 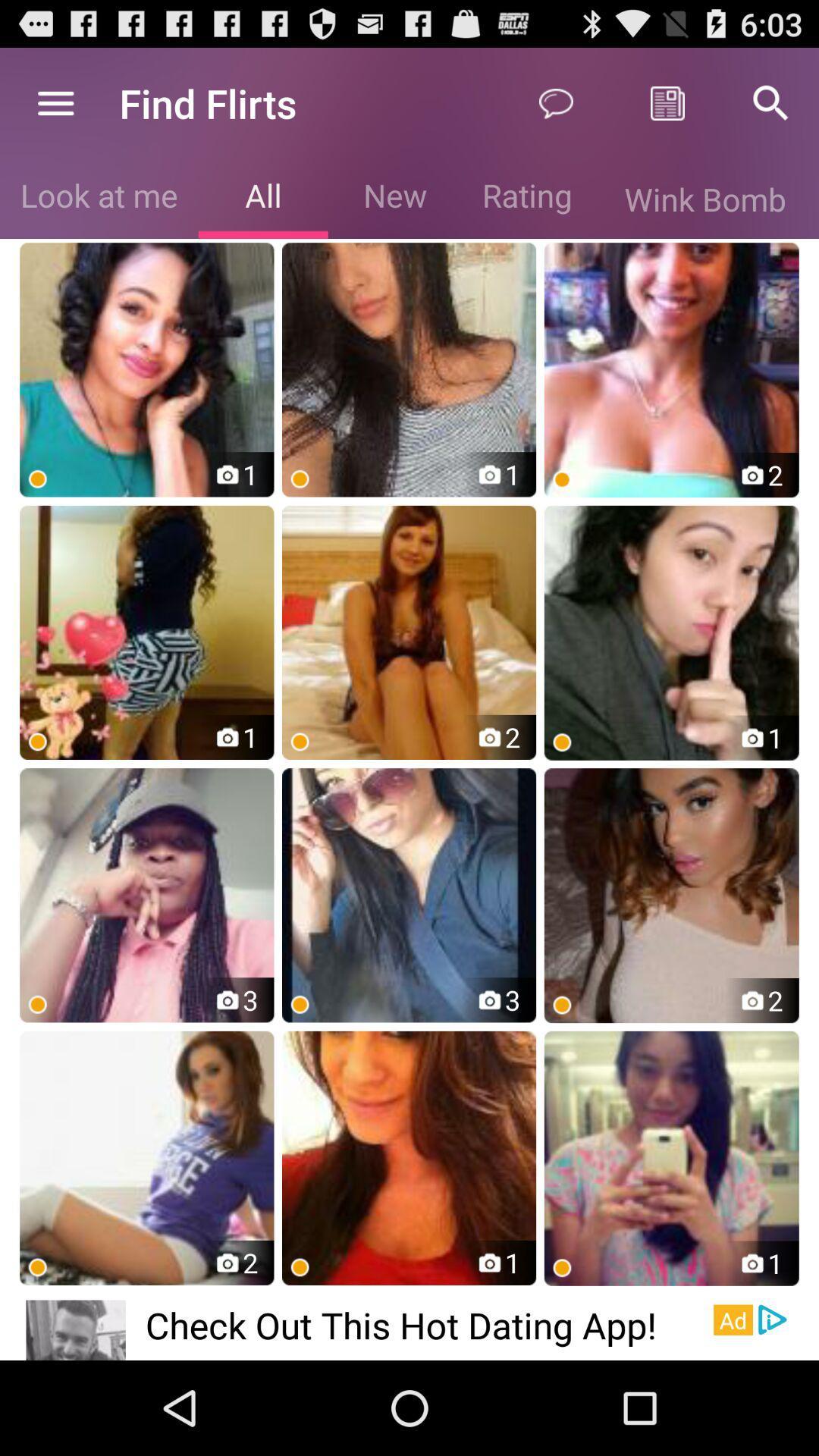 I want to click on look at me, so click(x=99, y=198).